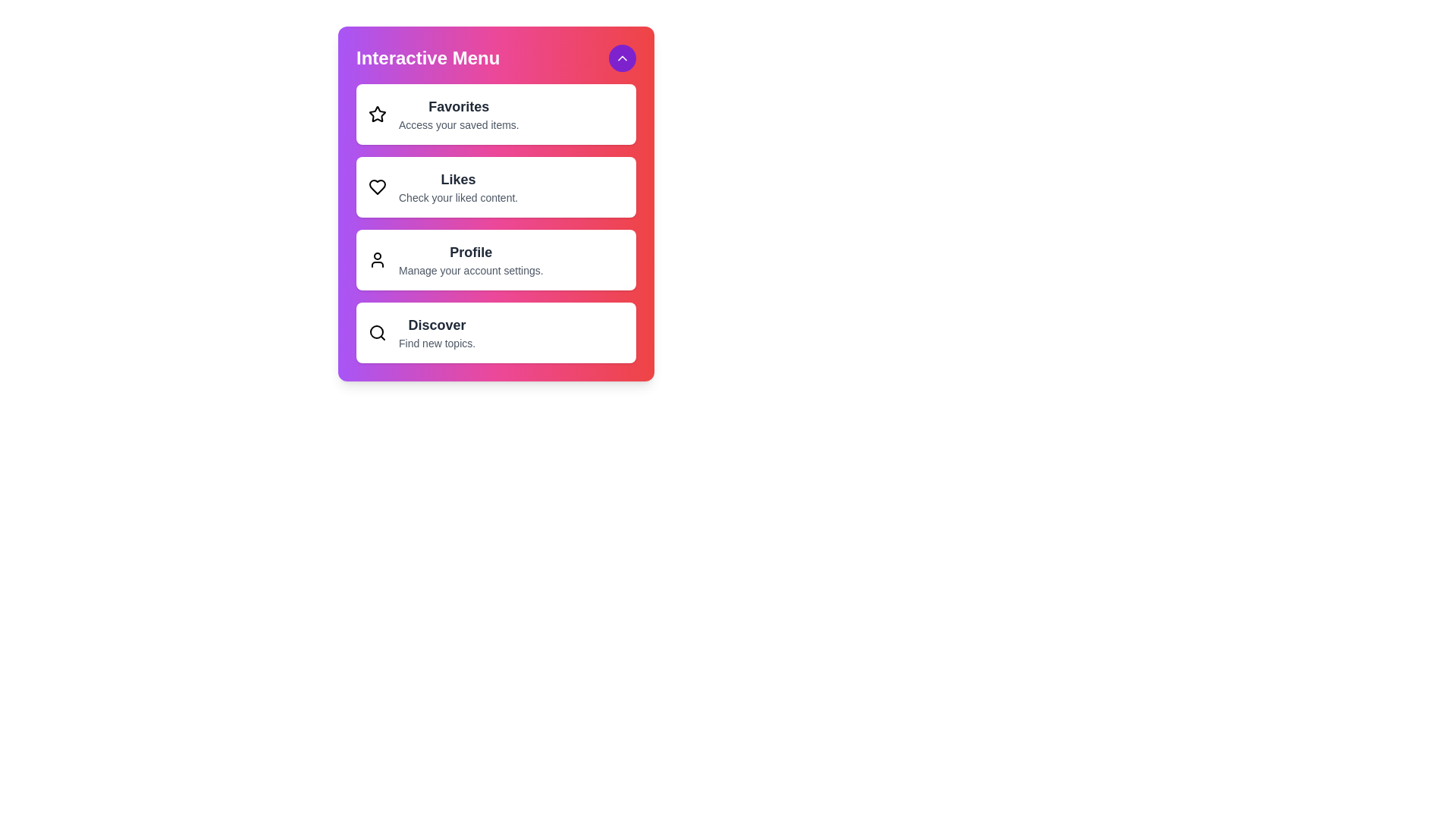 Image resolution: width=1456 pixels, height=819 pixels. What do you see at coordinates (378, 113) in the screenshot?
I see `the Favorites icon in the menu` at bounding box center [378, 113].